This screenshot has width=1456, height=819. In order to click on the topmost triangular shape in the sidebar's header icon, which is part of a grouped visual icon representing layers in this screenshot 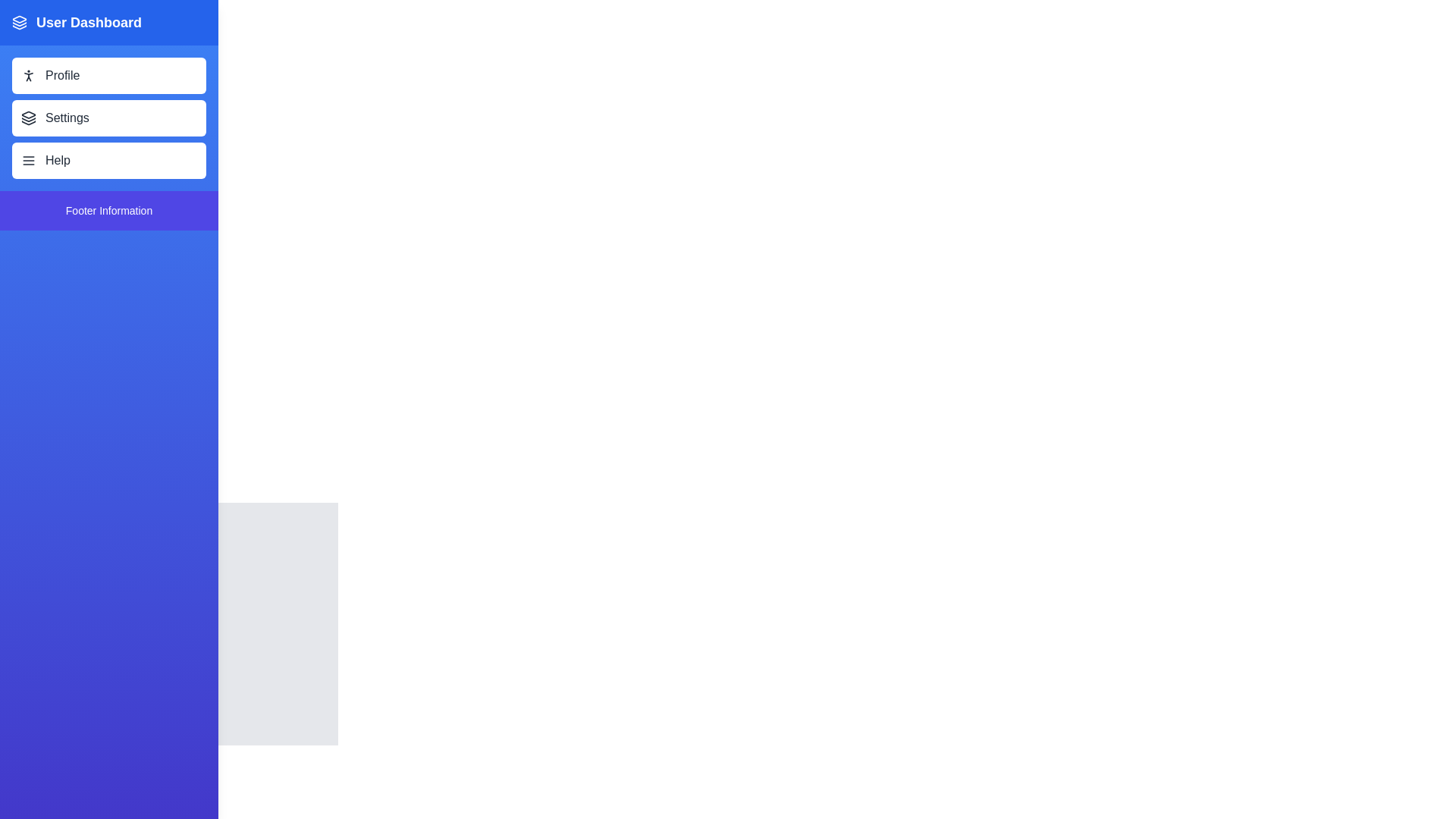, I will do `click(29, 114)`.